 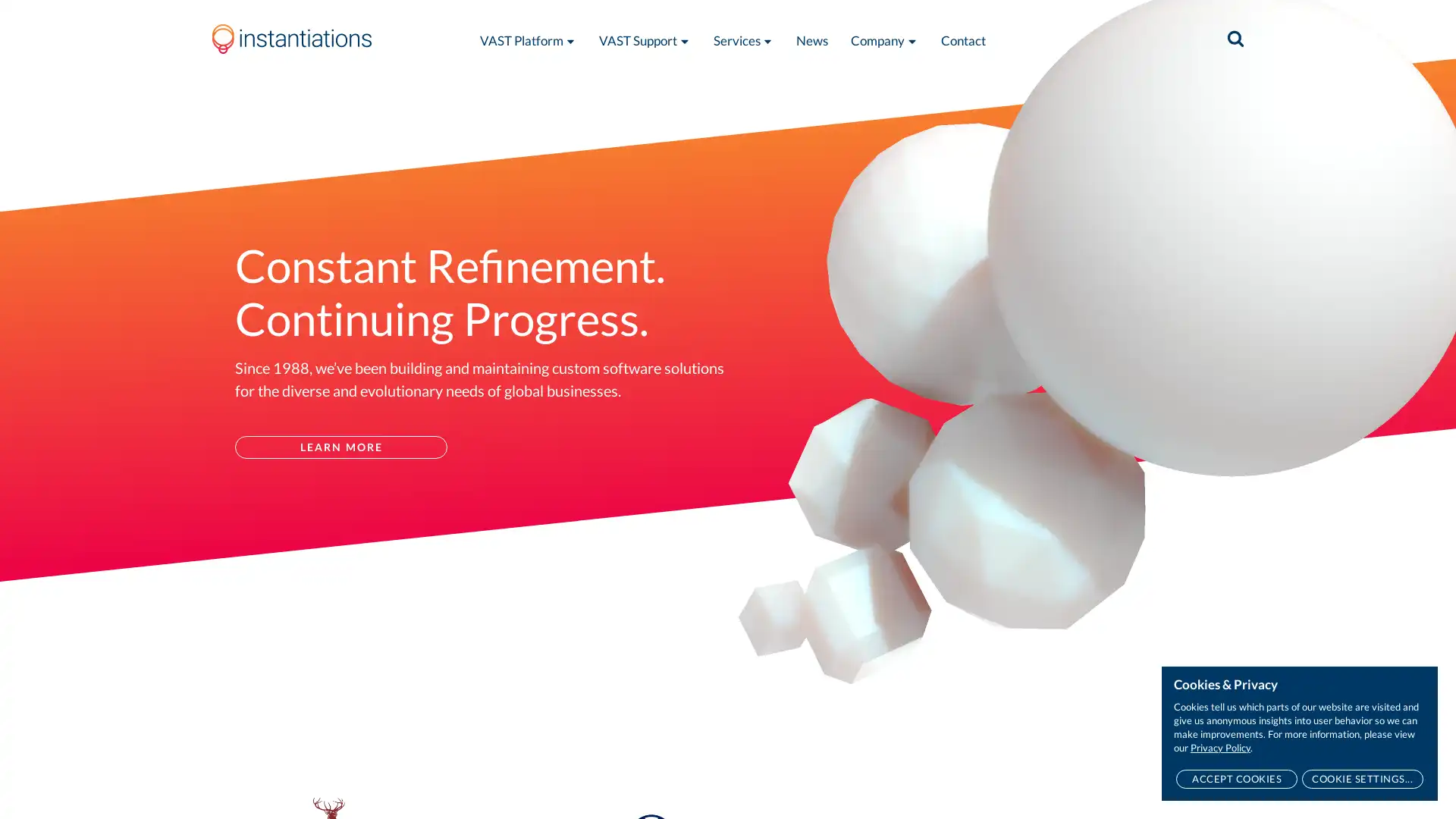 I want to click on COOKIE SETTINGS..., so click(x=1362, y=779).